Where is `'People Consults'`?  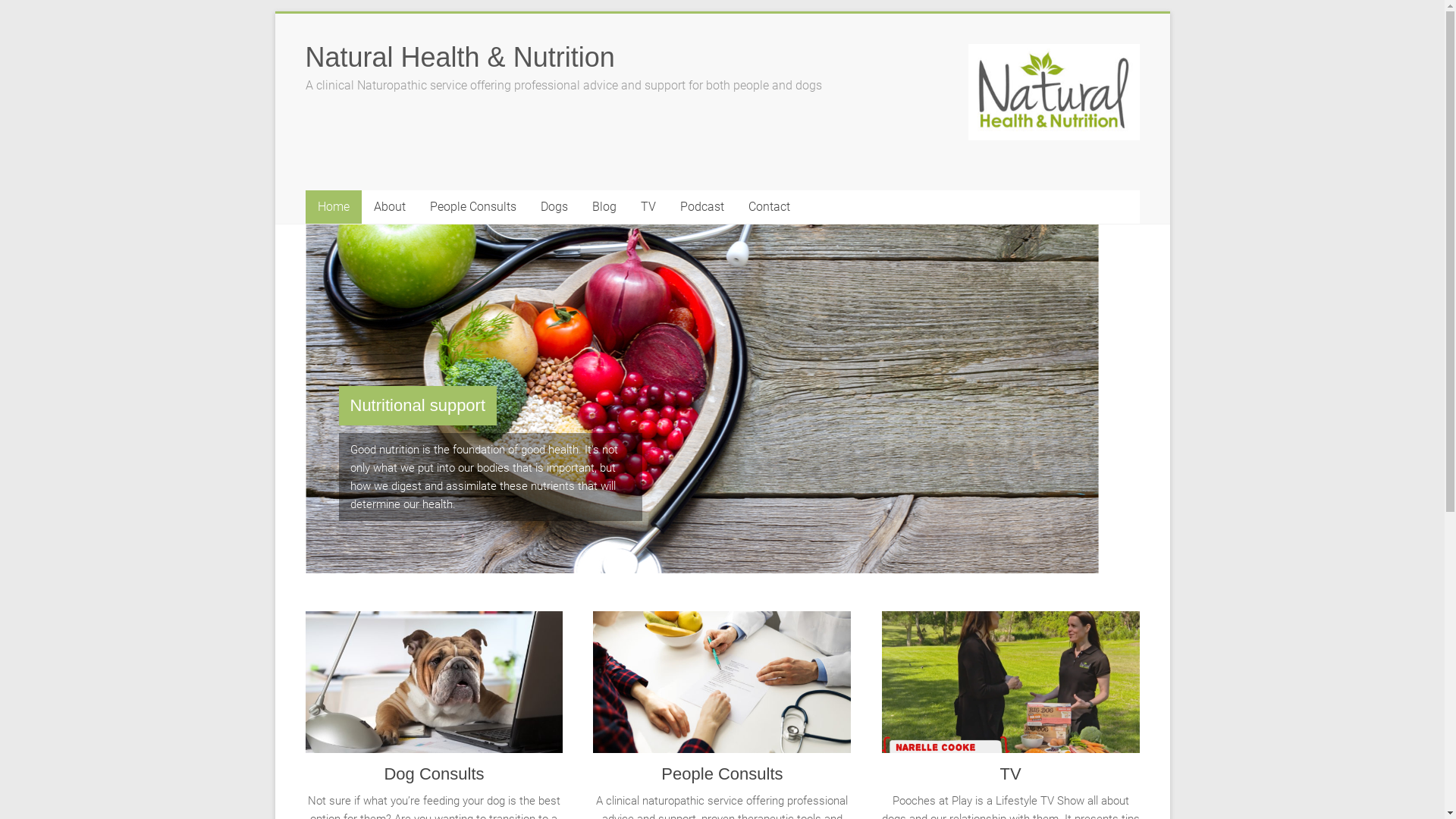
'People Consults' is located at coordinates (720, 773).